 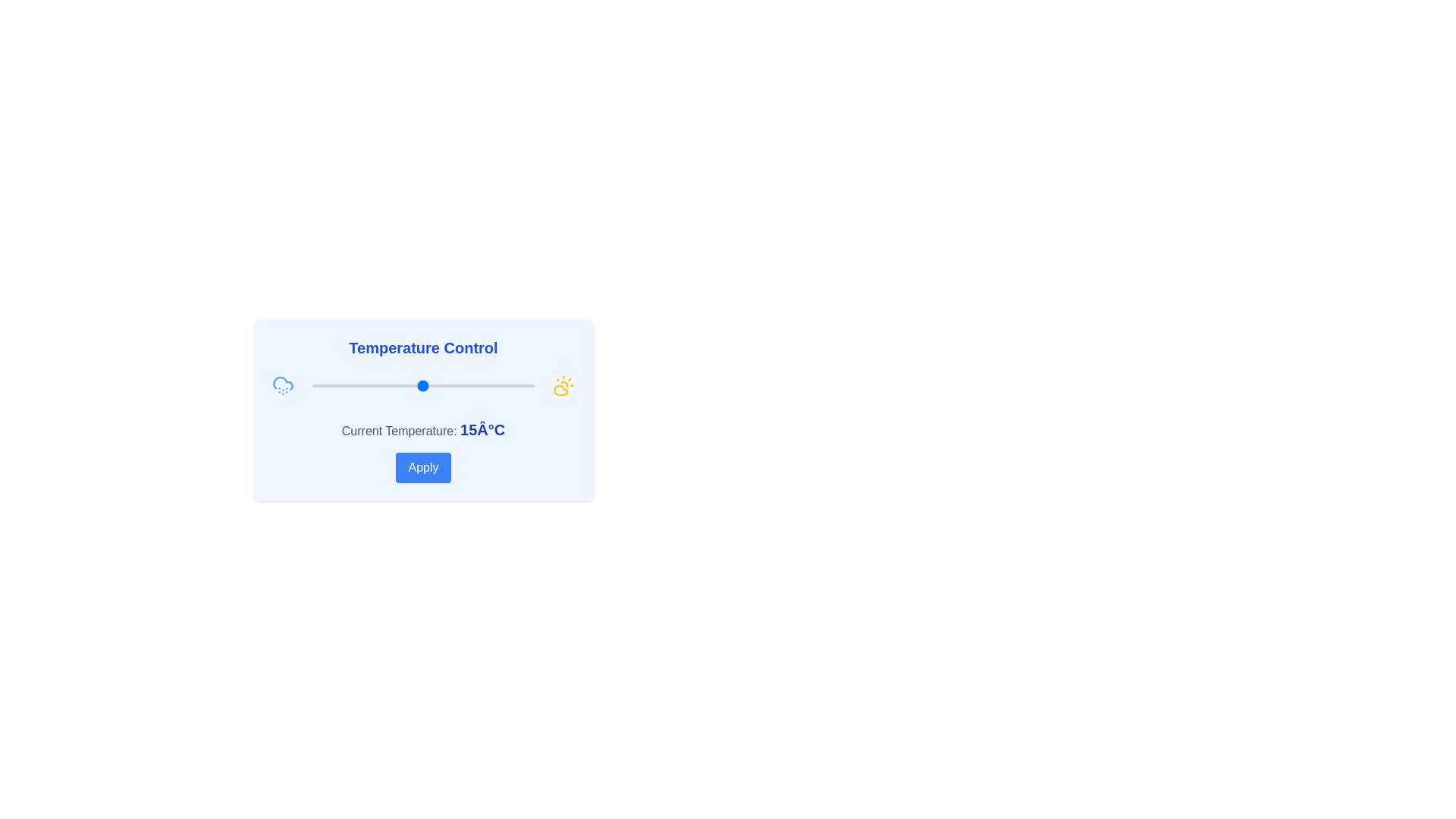 What do you see at coordinates (423, 385) in the screenshot?
I see `the temperature to 15°C using the slider` at bounding box center [423, 385].